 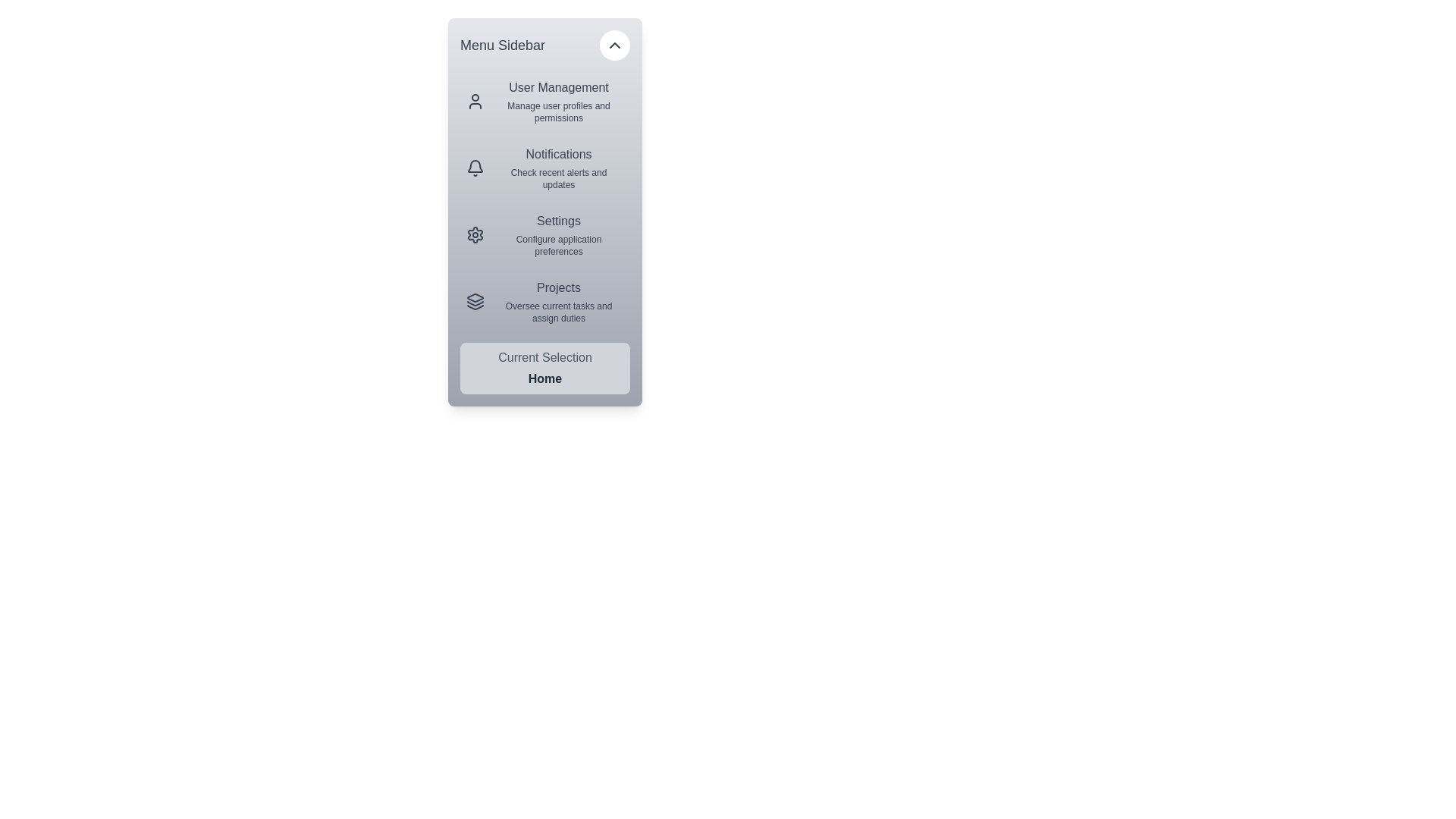 What do you see at coordinates (475, 234) in the screenshot?
I see `the central cogwheel icon located in the Settings section of the sidebar menu` at bounding box center [475, 234].